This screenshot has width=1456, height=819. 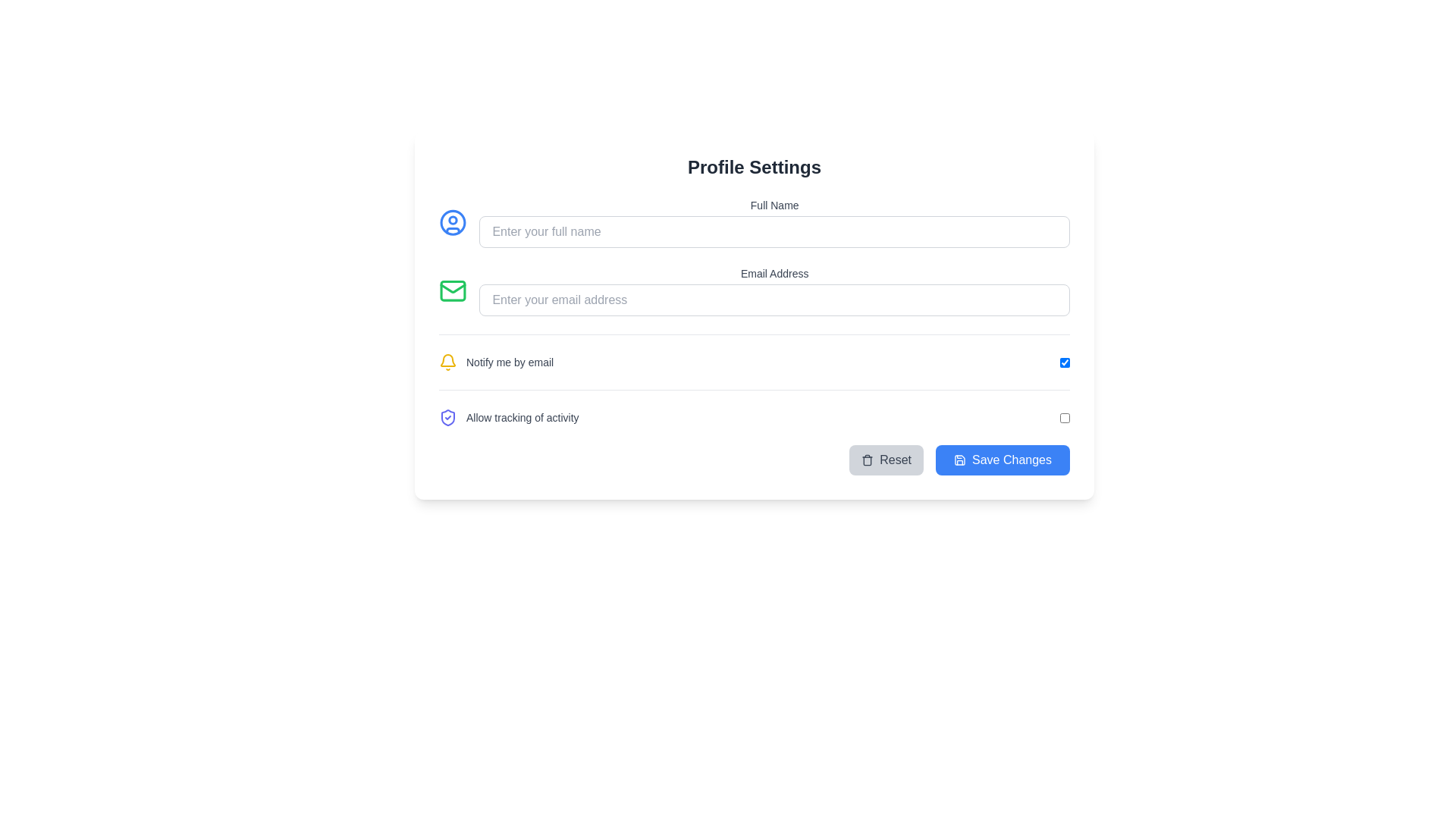 I want to click on the checkbox labeled 'Notify me by email', so click(x=754, y=353).